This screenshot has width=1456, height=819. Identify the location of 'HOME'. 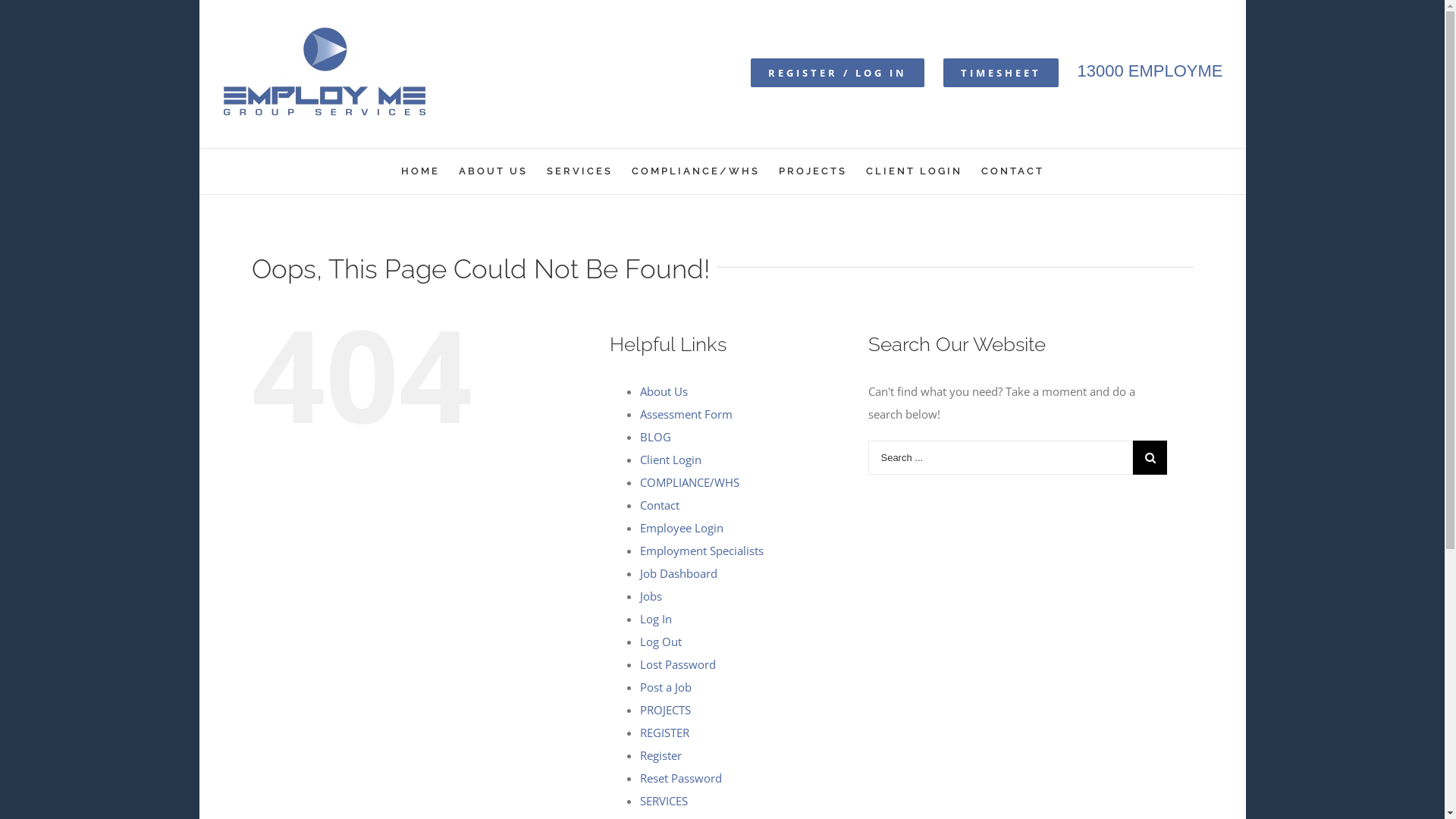
(400, 171).